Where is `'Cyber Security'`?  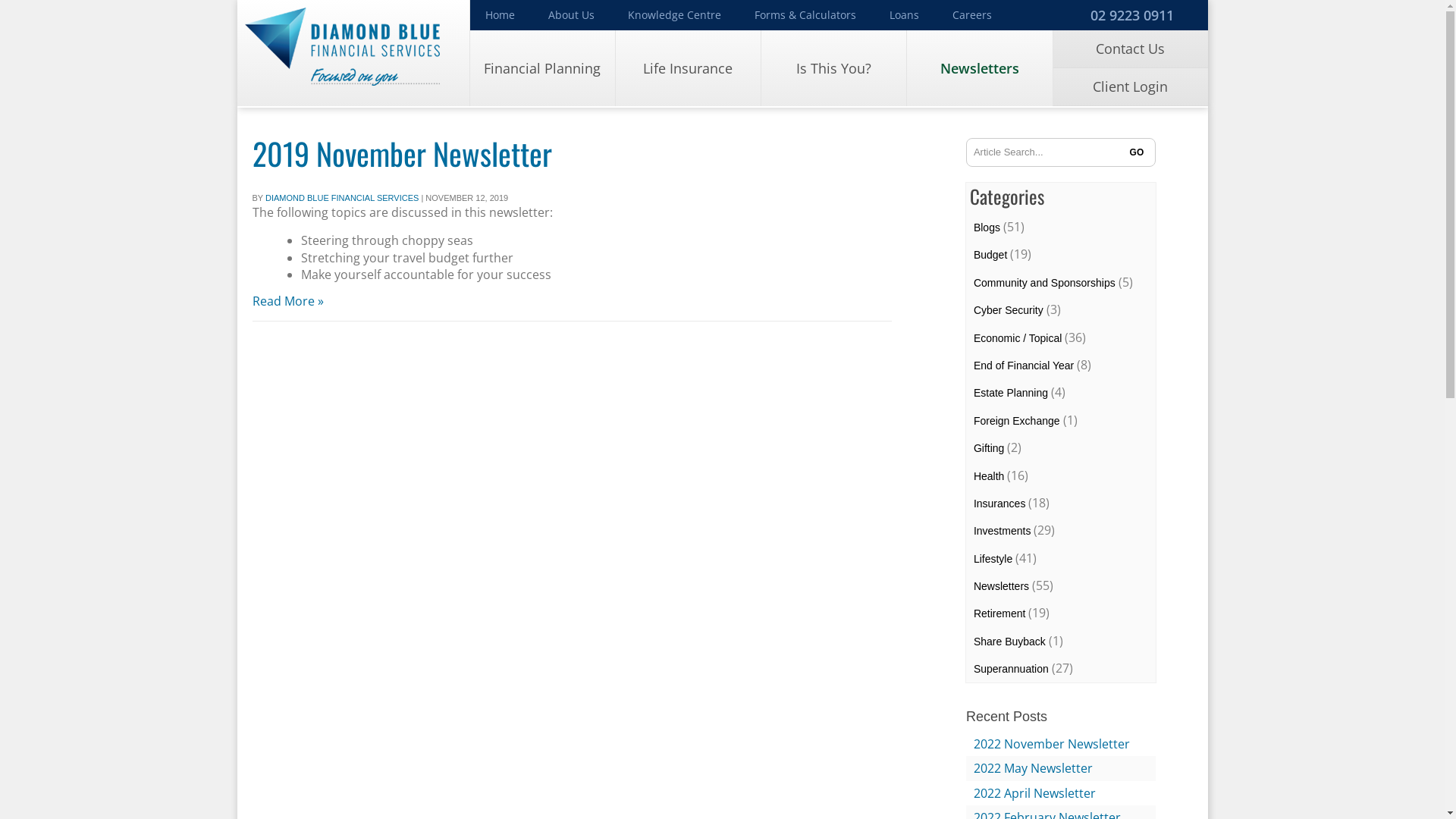
'Cyber Security' is located at coordinates (973, 309).